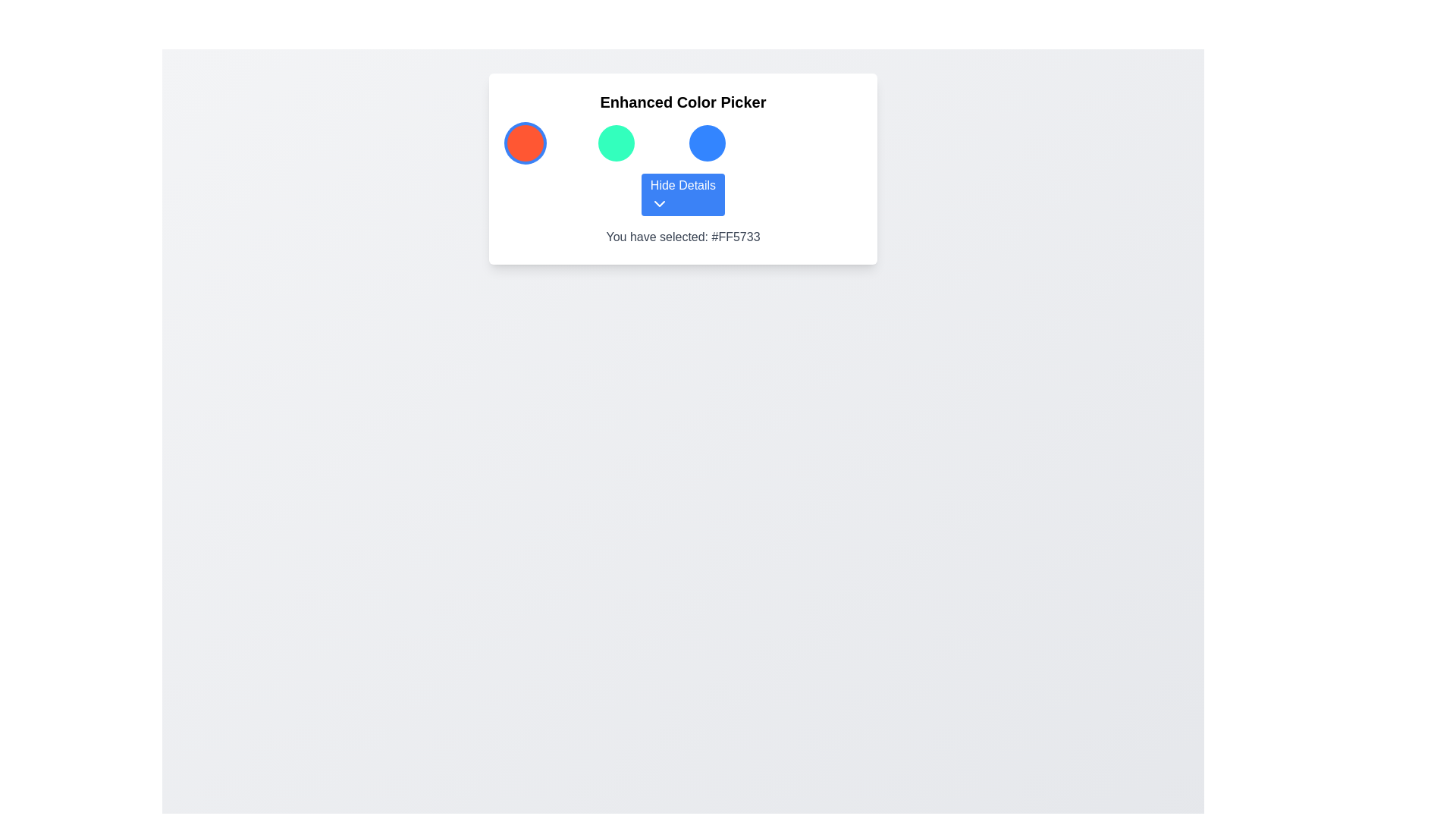 The height and width of the screenshot is (819, 1456). Describe the element at coordinates (659, 203) in the screenshot. I see `the Chevron Icon located at the bottom center of the 'Hide Details' button` at that location.